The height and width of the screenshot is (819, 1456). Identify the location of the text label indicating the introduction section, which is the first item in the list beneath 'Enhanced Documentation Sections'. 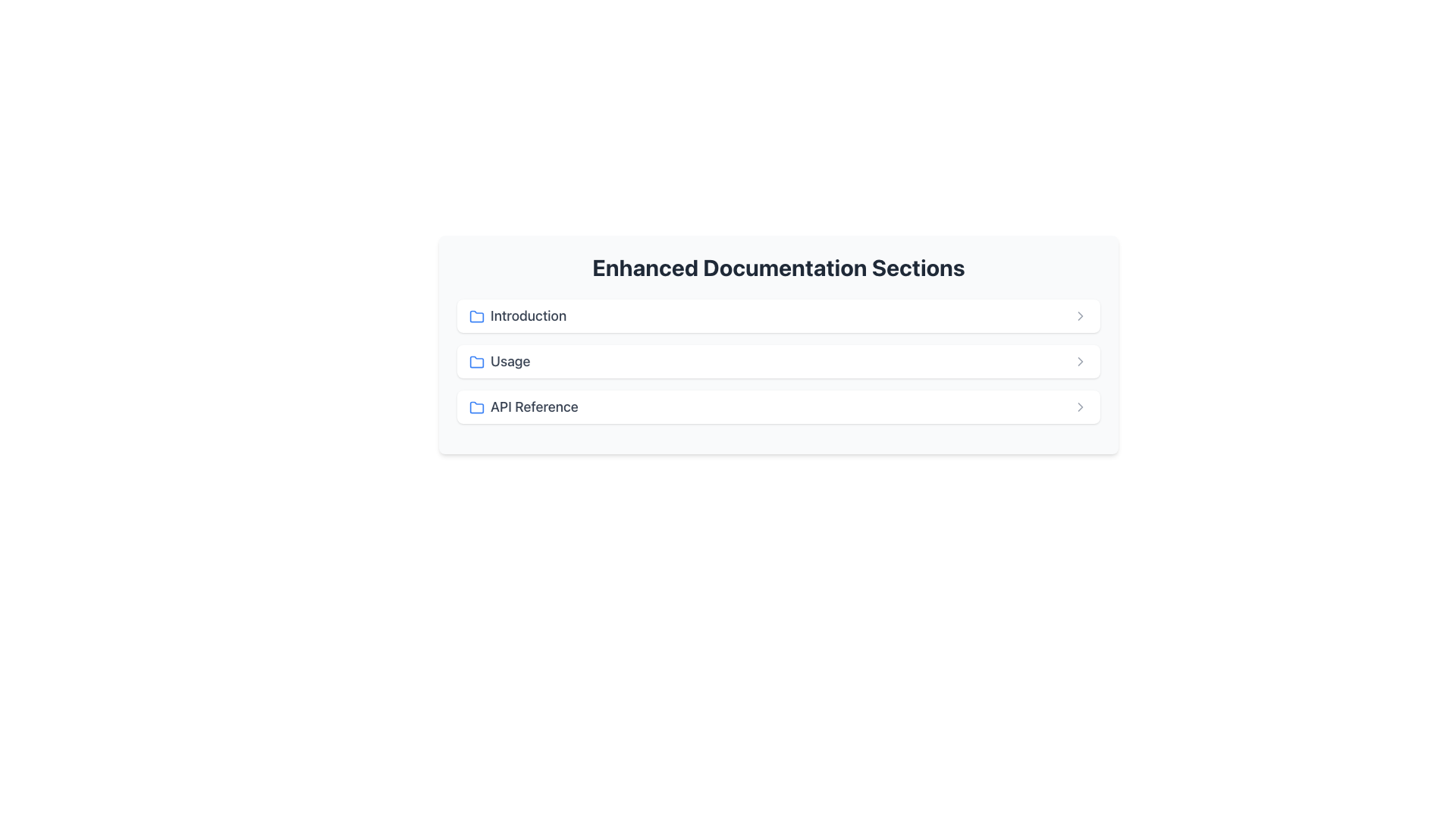
(518, 315).